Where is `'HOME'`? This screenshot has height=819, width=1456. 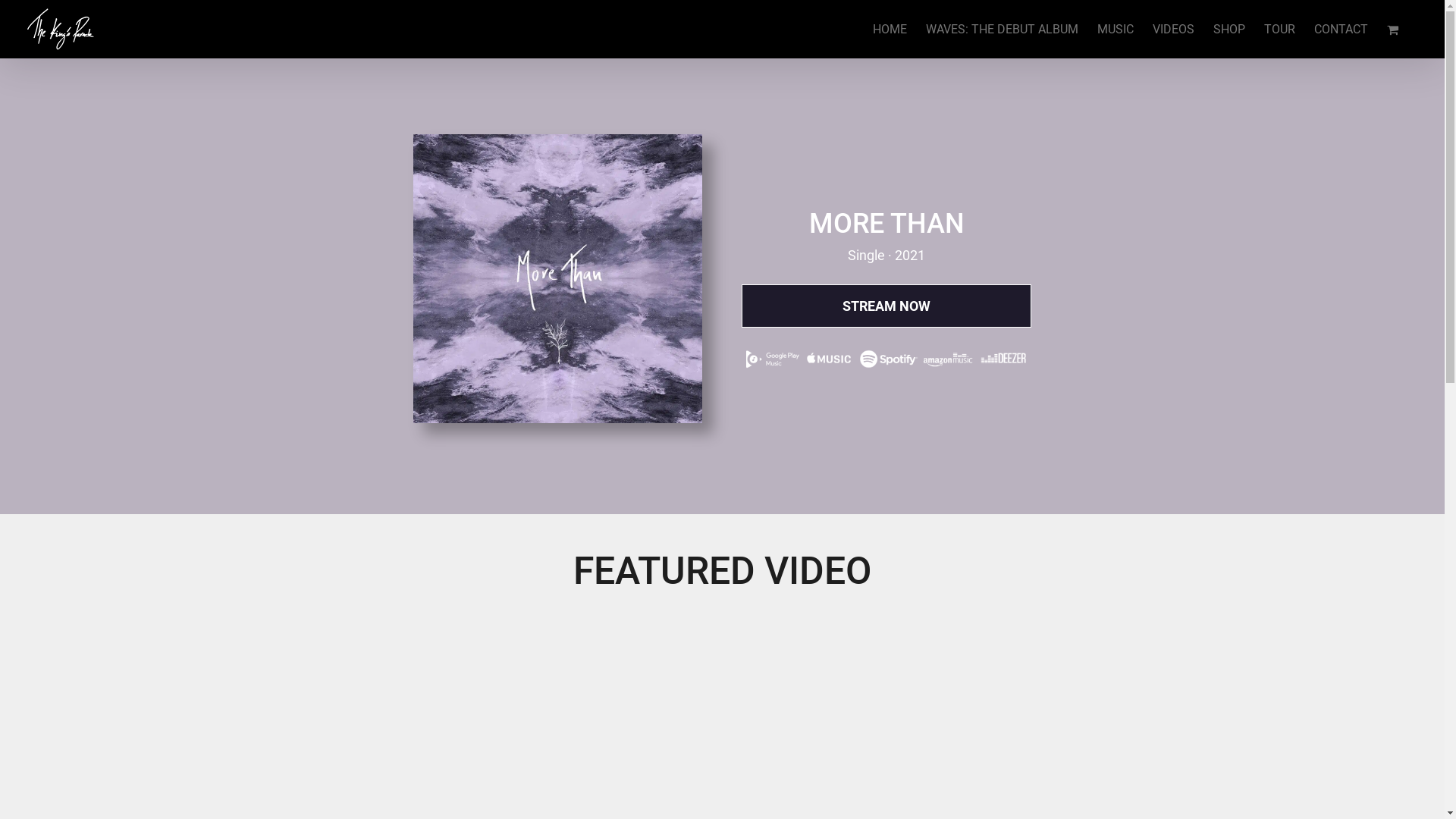 'HOME' is located at coordinates (890, 29).